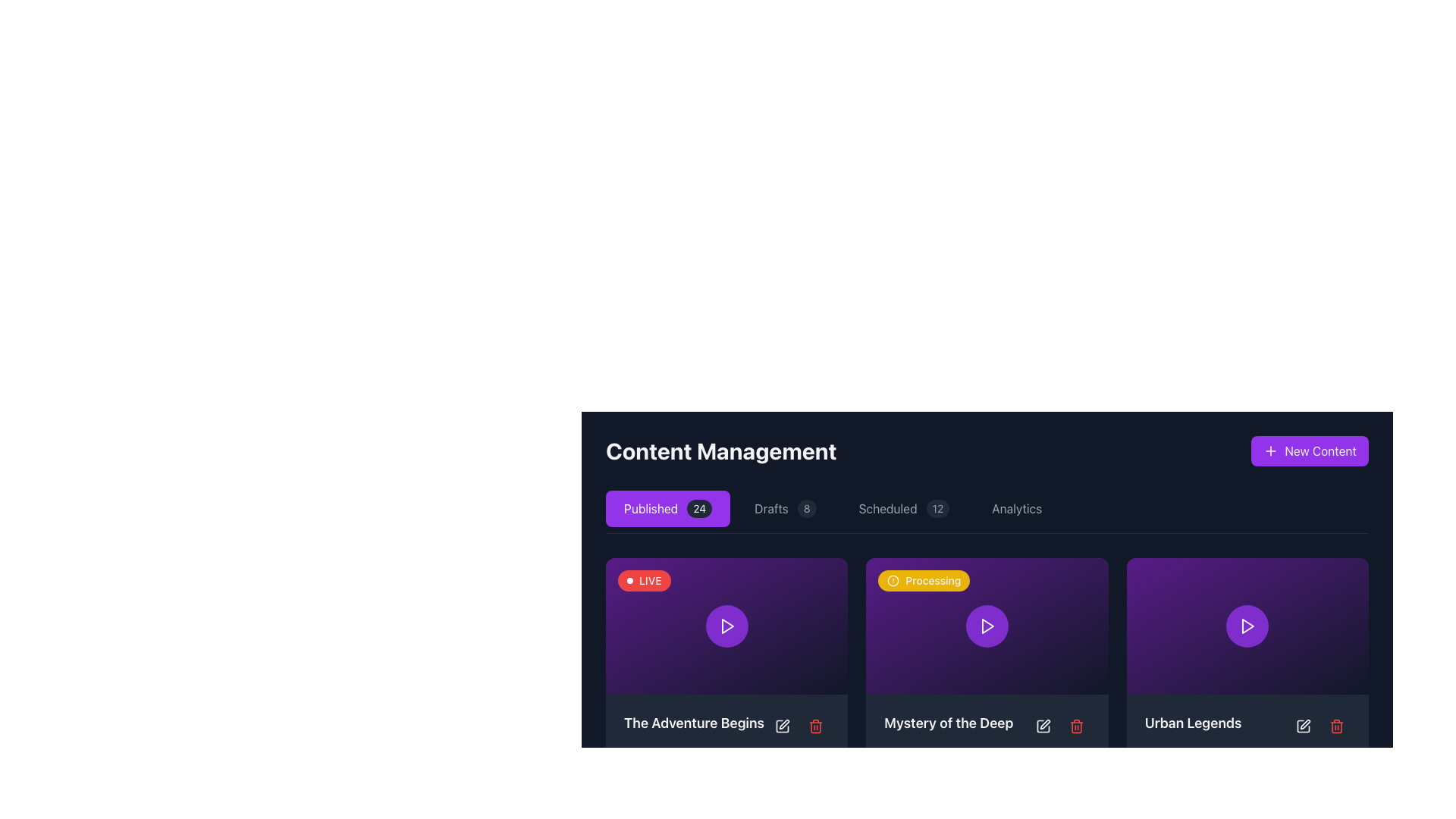  What do you see at coordinates (1309, 450) in the screenshot?
I see `the rectangular button with a purple background labeled 'New Content', which features a white 'plus' icon` at bounding box center [1309, 450].